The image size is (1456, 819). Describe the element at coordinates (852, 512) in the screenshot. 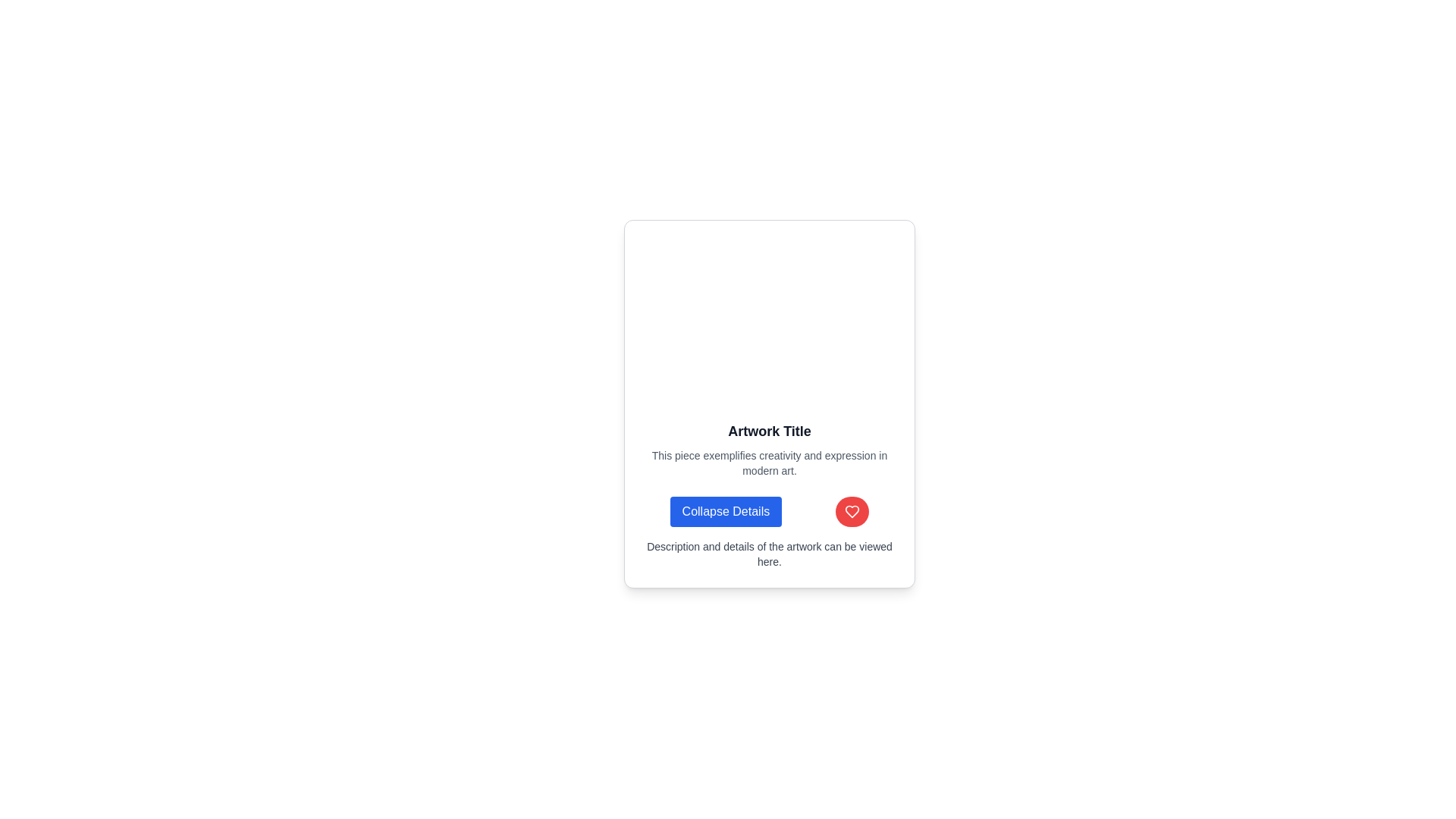

I see `the heart-shaped icon button located at the bottom-right corner of the content card` at that location.